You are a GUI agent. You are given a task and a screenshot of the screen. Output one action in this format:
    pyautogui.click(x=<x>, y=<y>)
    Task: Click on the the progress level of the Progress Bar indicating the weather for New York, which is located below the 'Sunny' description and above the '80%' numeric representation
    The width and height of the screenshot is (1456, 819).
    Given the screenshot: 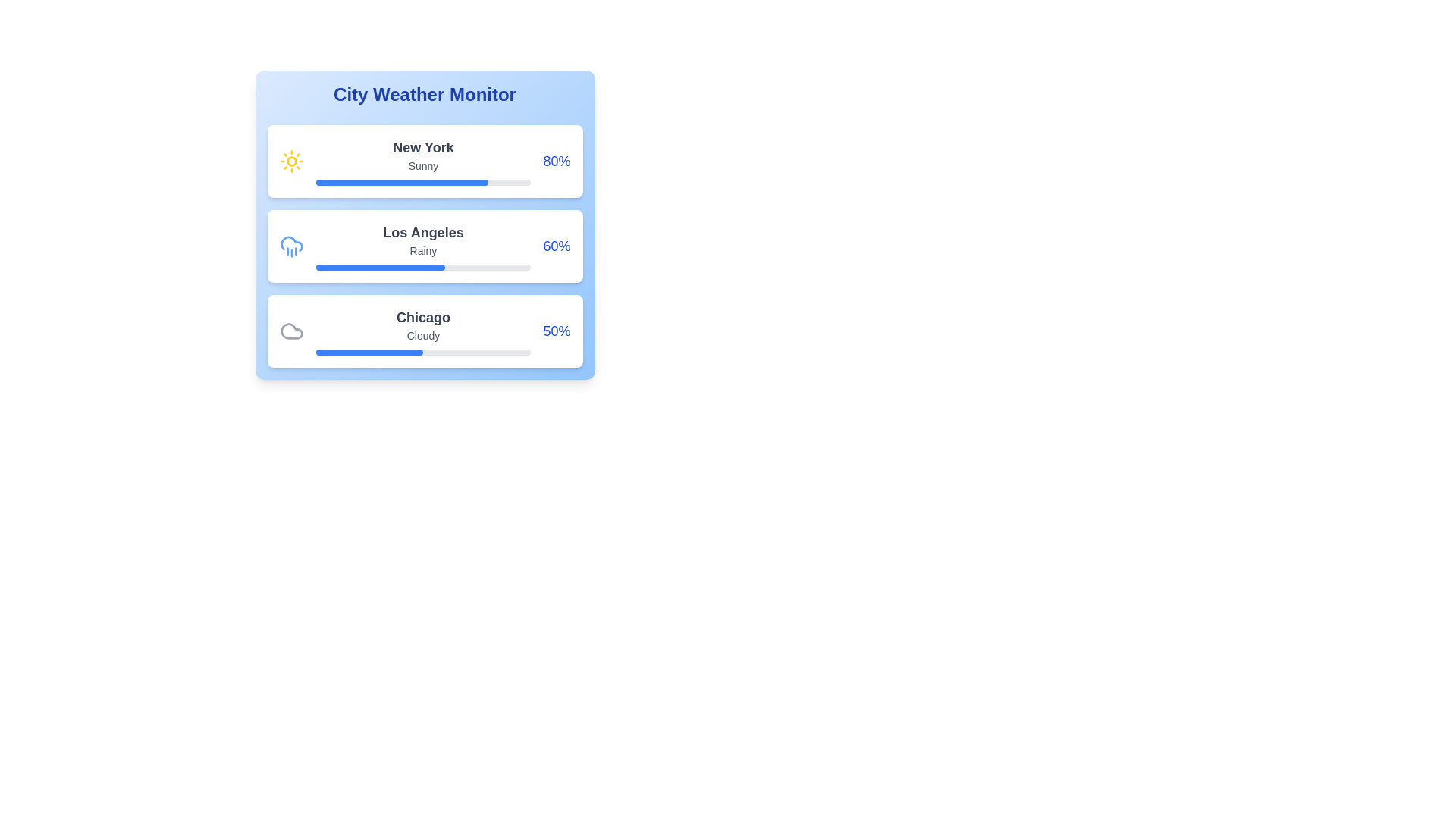 What is the action you would take?
    pyautogui.click(x=423, y=181)
    